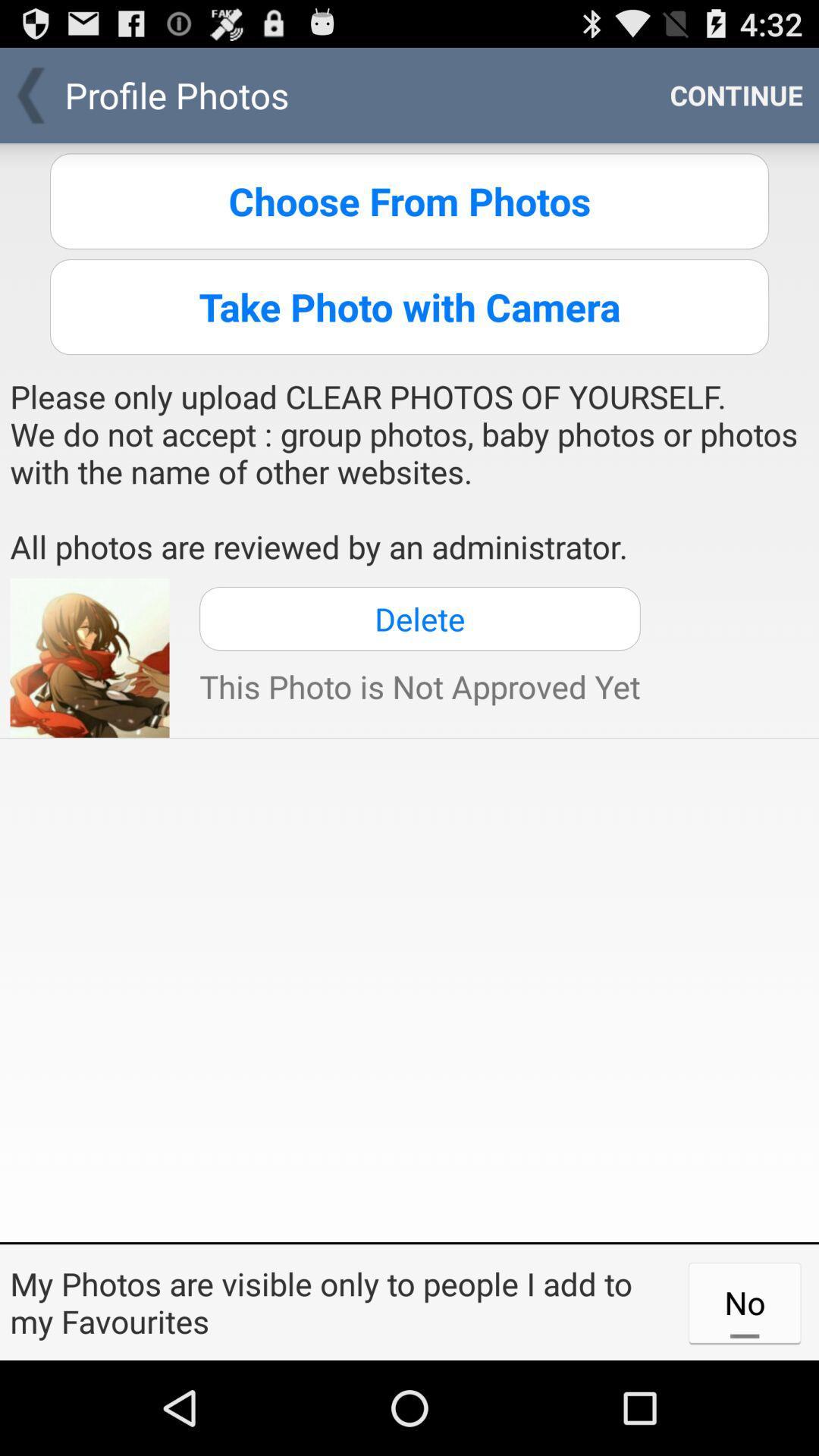 The image size is (819, 1456). What do you see at coordinates (409, 200) in the screenshot?
I see `button above take photo with item` at bounding box center [409, 200].